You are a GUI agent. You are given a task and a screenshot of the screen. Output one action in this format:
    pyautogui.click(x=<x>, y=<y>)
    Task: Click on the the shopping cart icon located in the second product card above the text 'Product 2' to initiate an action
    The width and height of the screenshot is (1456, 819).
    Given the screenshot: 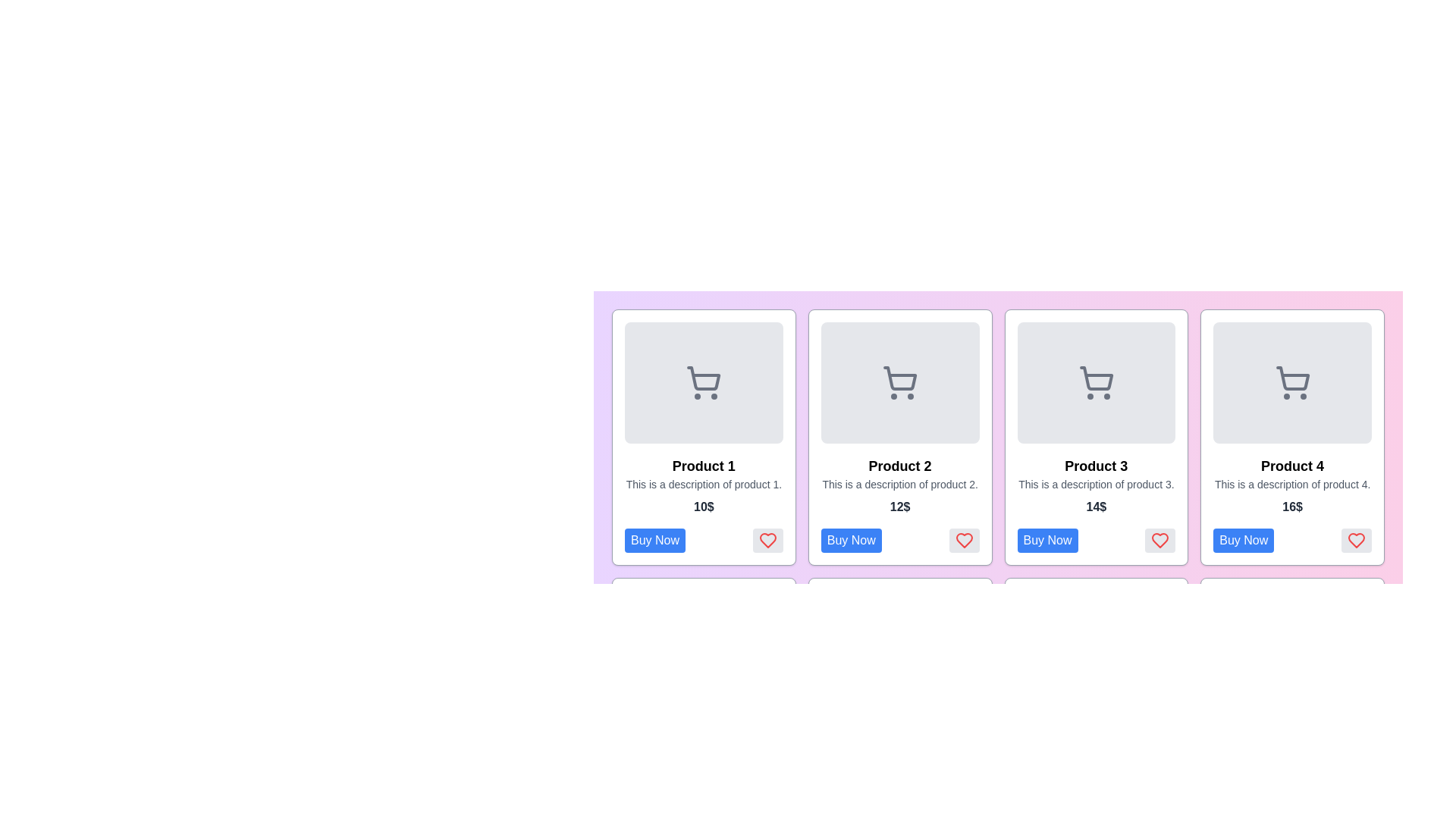 What is the action you would take?
    pyautogui.click(x=900, y=382)
    